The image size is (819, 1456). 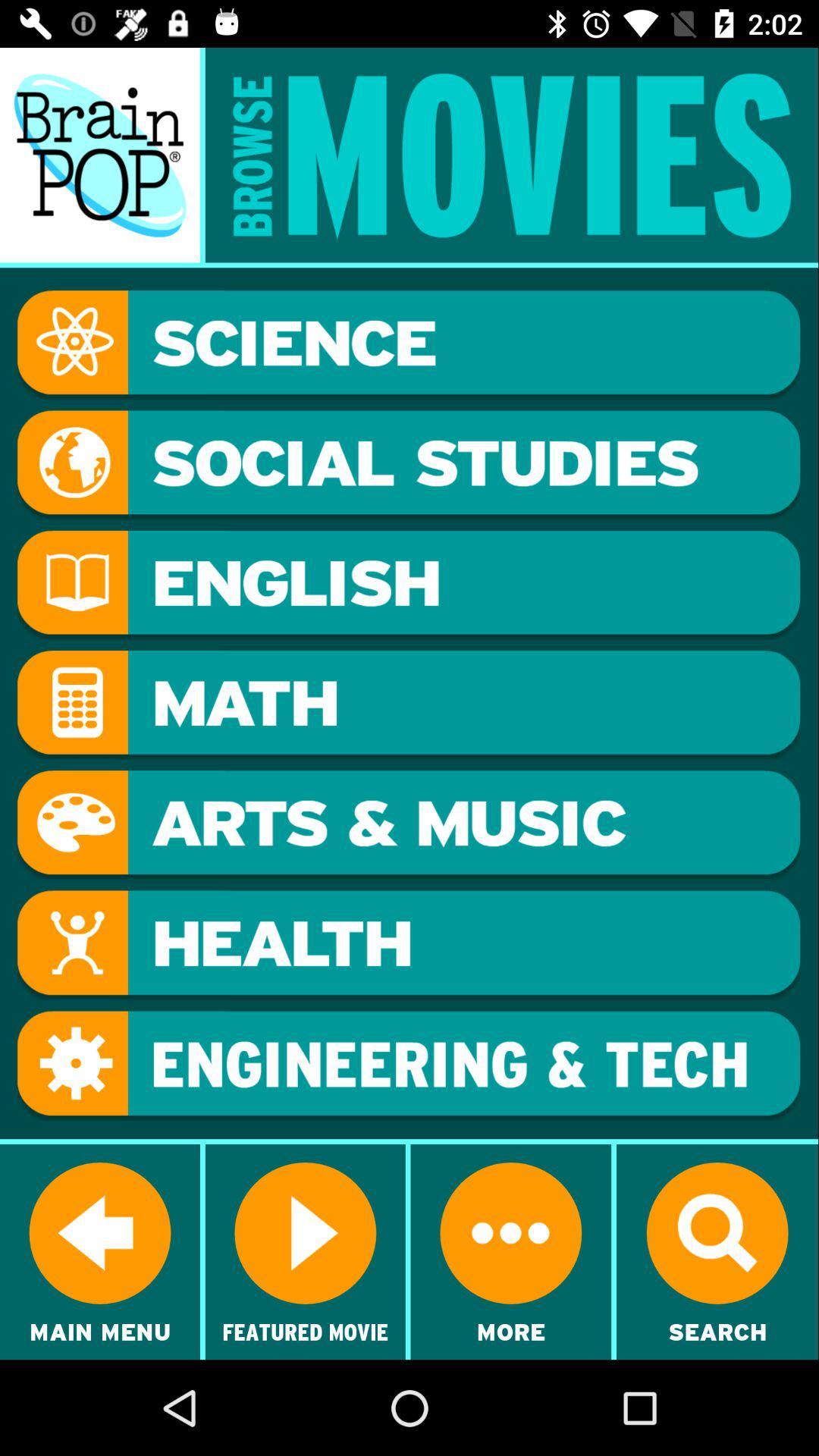 What do you see at coordinates (408, 704) in the screenshot?
I see `math` at bounding box center [408, 704].